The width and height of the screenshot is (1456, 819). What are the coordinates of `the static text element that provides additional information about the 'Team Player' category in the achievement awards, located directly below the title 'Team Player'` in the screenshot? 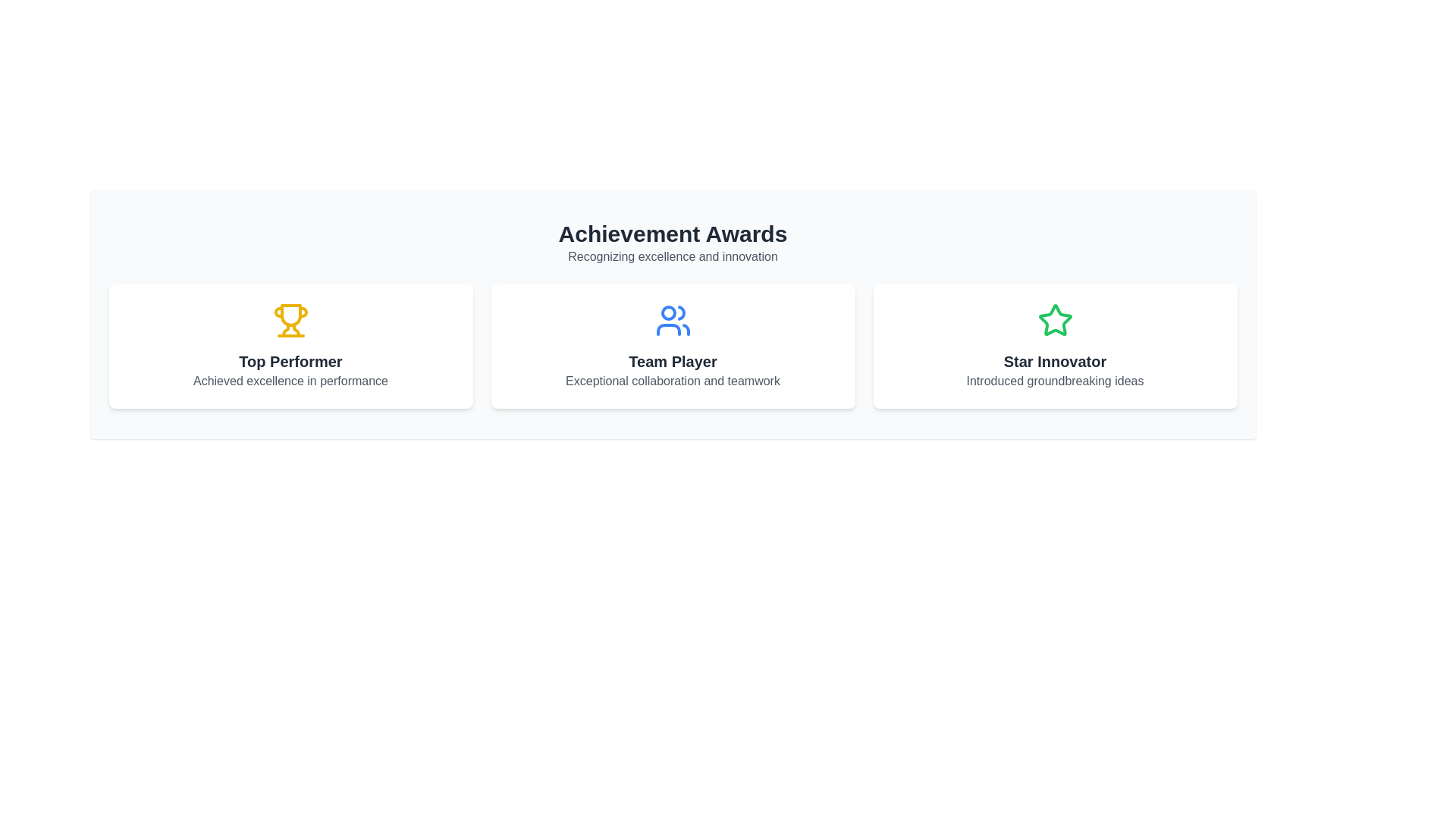 It's located at (672, 380).